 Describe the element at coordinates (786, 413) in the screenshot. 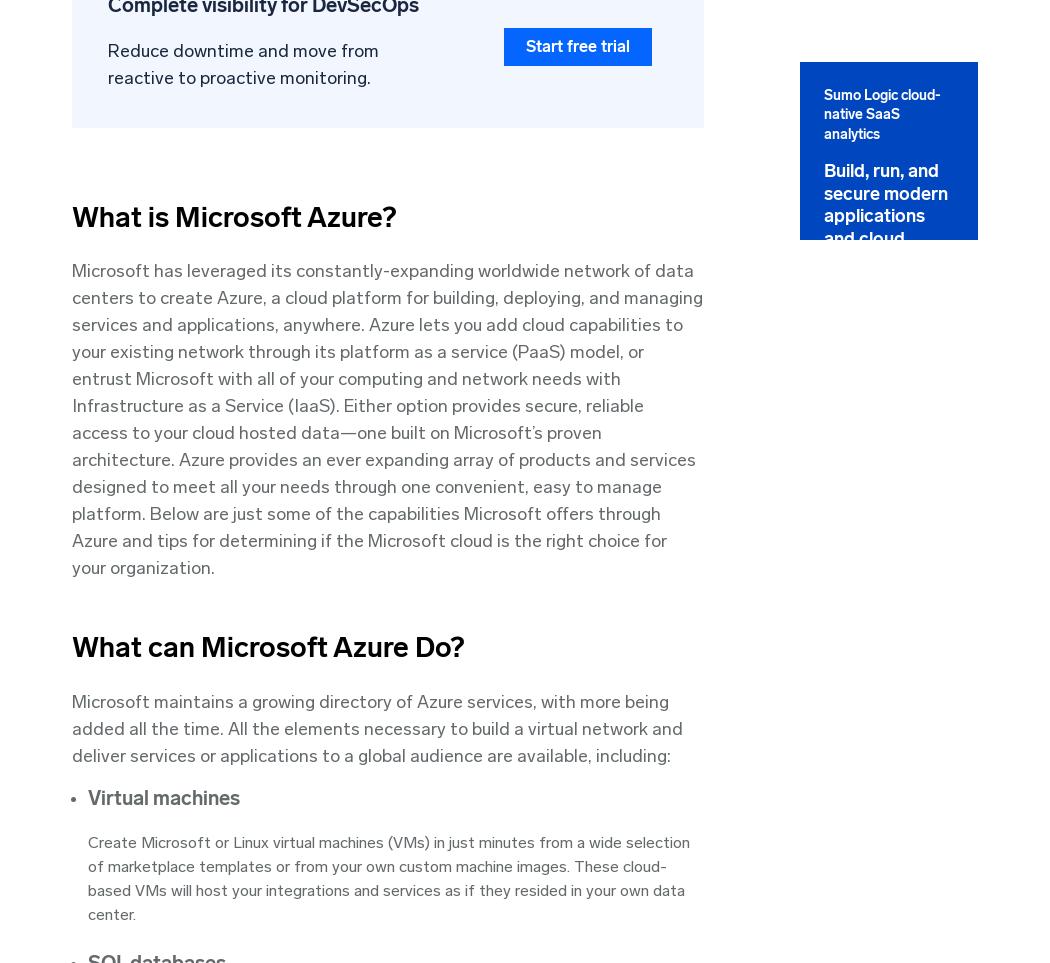

I see `'Cloud Log Management'` at that location.